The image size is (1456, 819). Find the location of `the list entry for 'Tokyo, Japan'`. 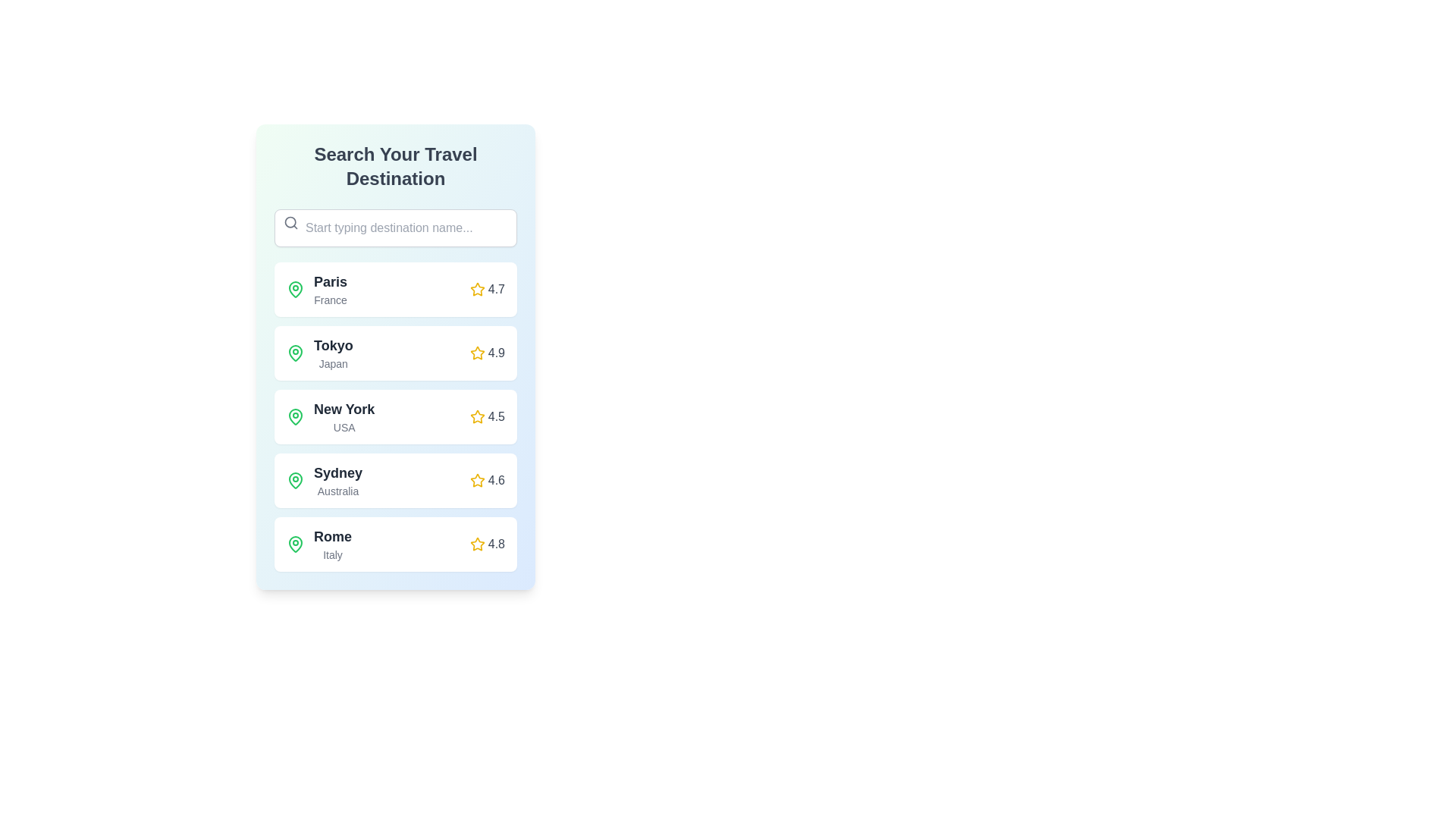

the list entry for 'Tokyo, Japan' is located at coordinates (318, 353).